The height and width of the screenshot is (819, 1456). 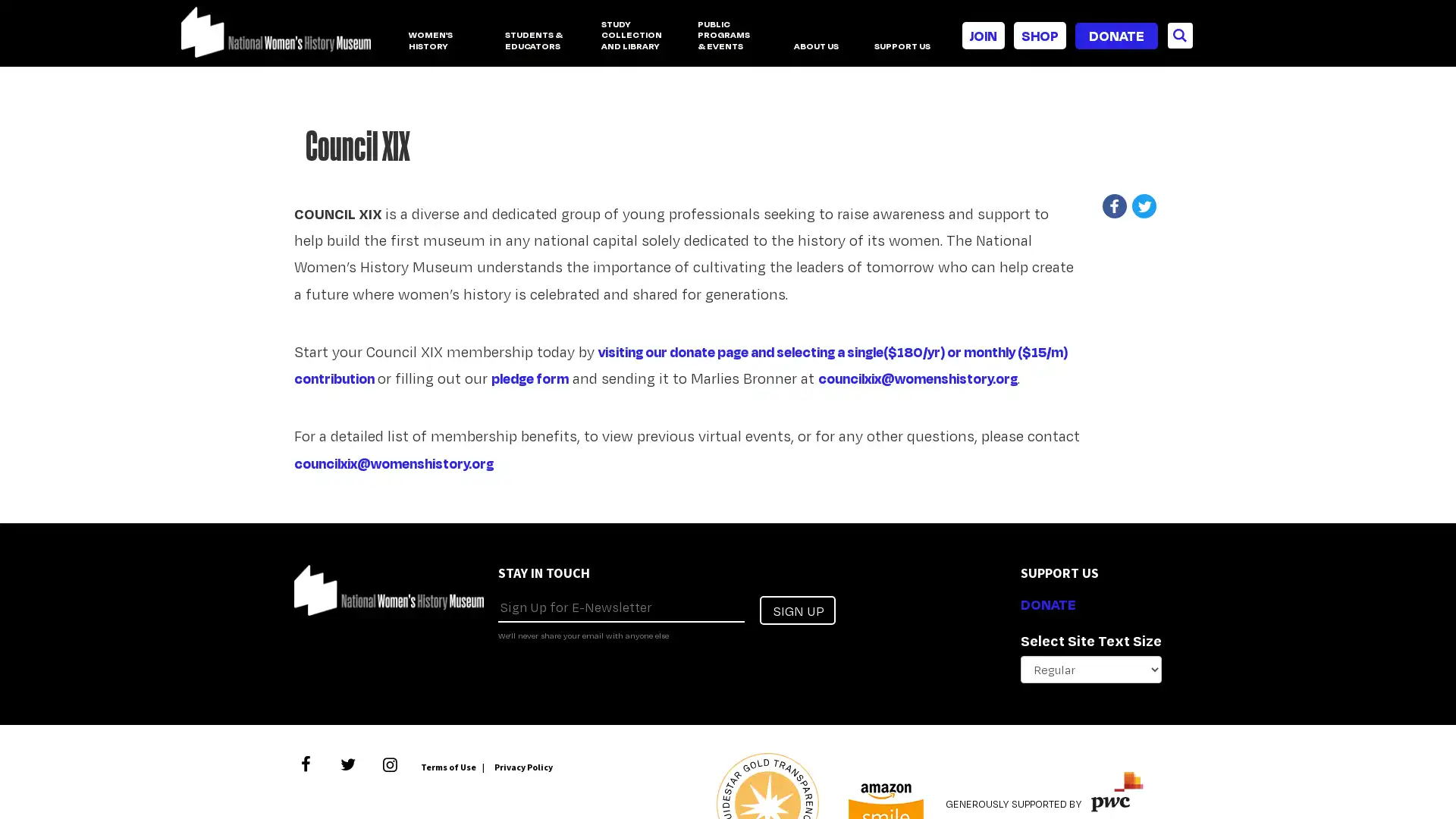 What do you see at coordinates (1147, 206) in the screenshot?
I see `Share to Twitter` at bounding box center [1147, 206].